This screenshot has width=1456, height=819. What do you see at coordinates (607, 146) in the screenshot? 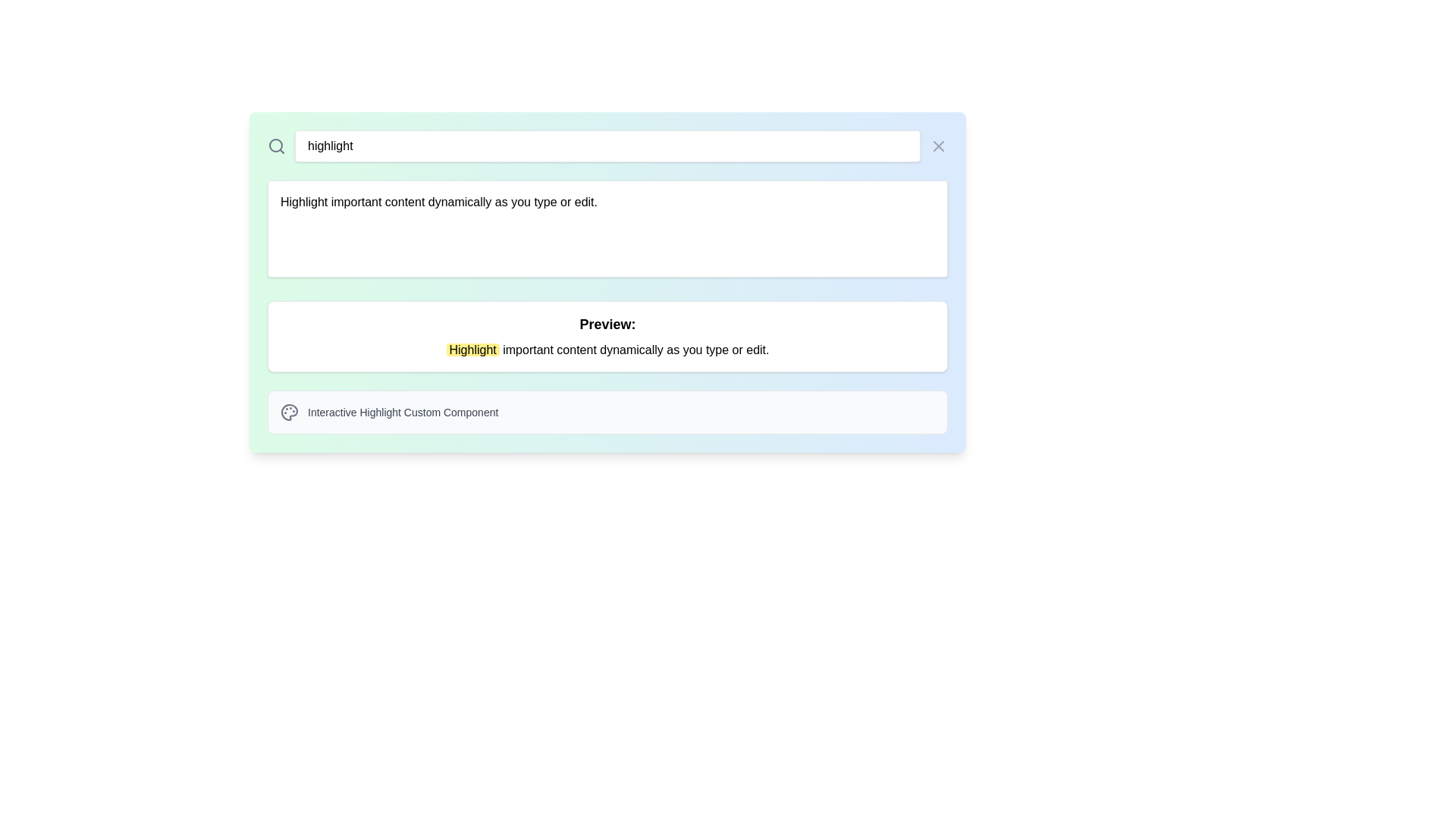
I see `to select the text content in the rectangular text input field with placeholder 'Type a keyword` at bounding box center [607, 146].